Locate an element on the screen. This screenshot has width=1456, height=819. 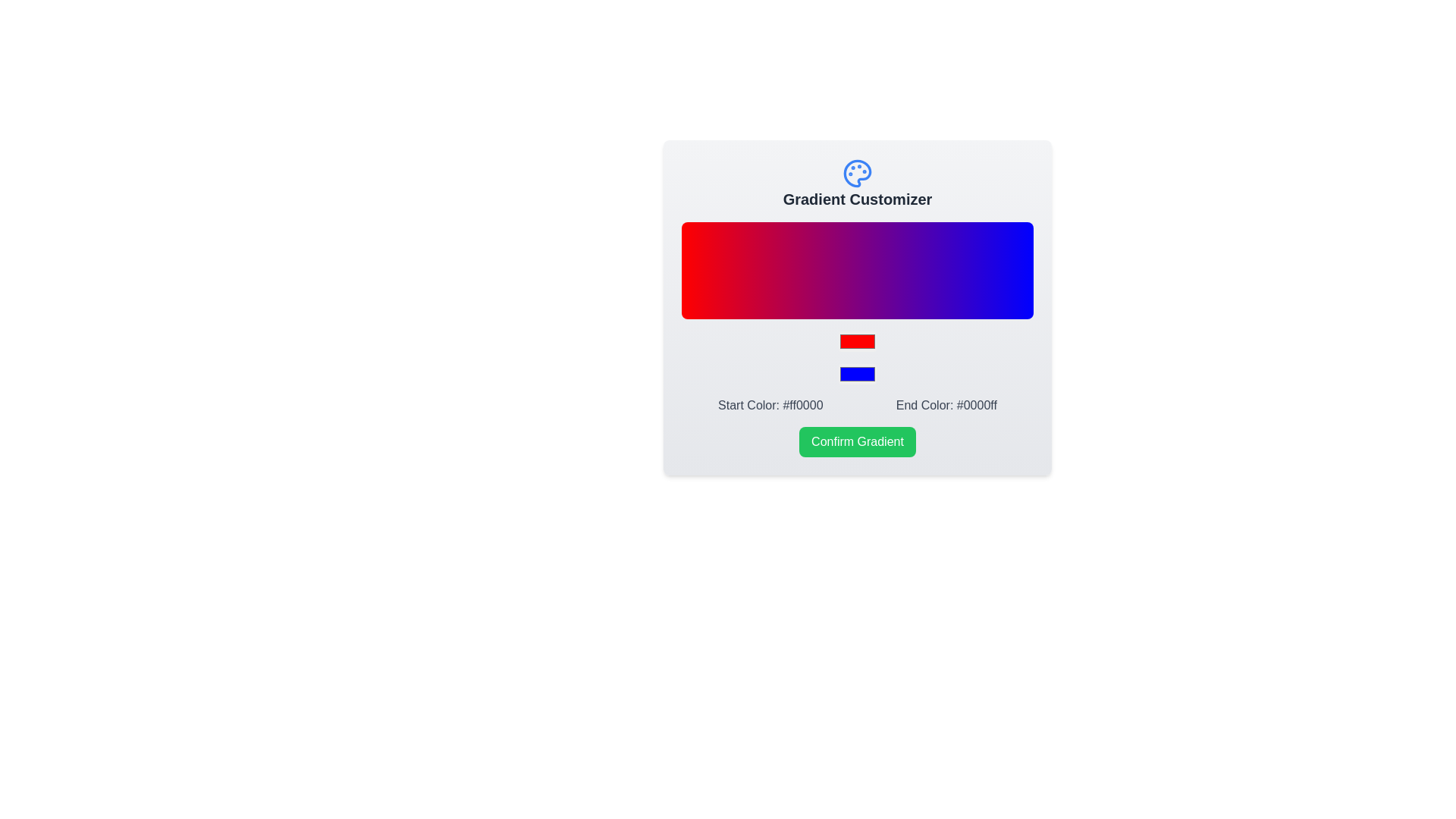
the 'Confirm Gradient' button to confirm the selected gradient colors is located at coordinates (858, 441).